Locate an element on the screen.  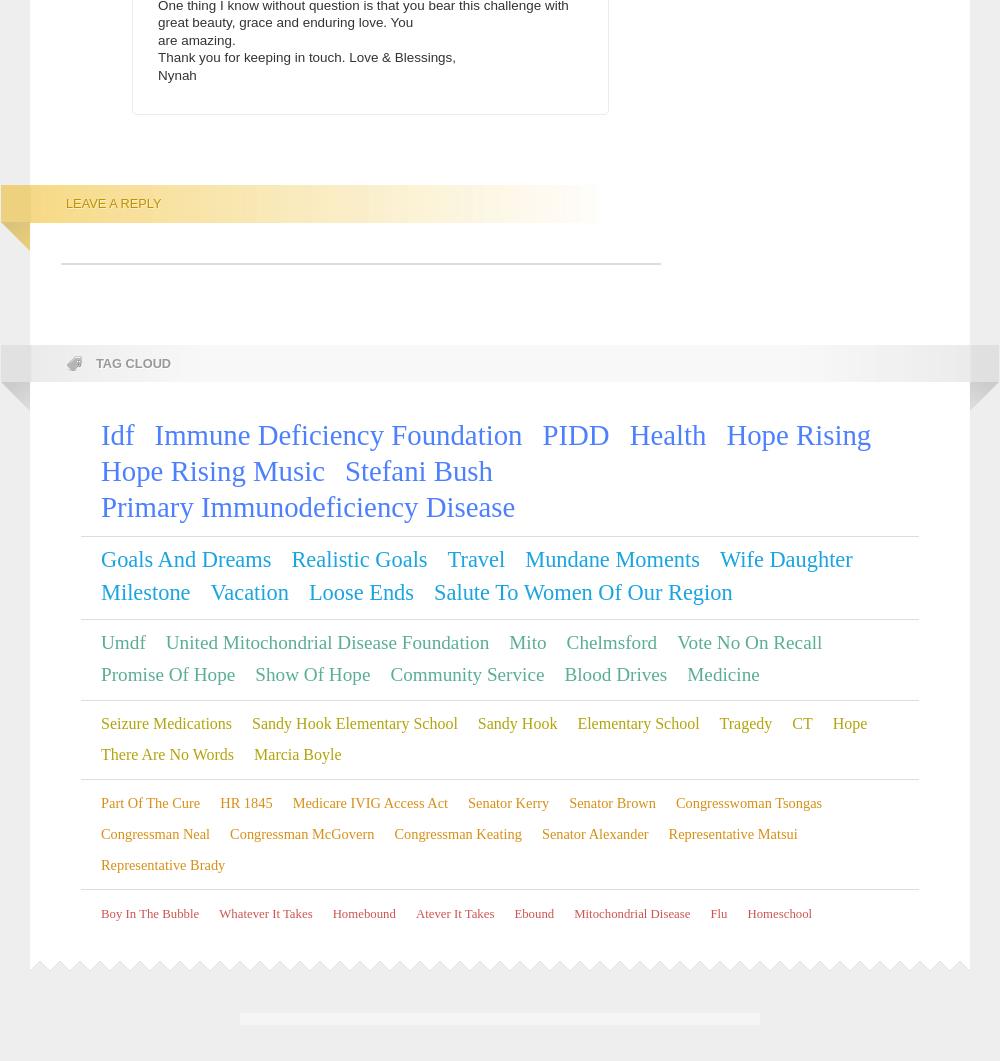
'Senator Kerry' is located at coordinates (467, 802).